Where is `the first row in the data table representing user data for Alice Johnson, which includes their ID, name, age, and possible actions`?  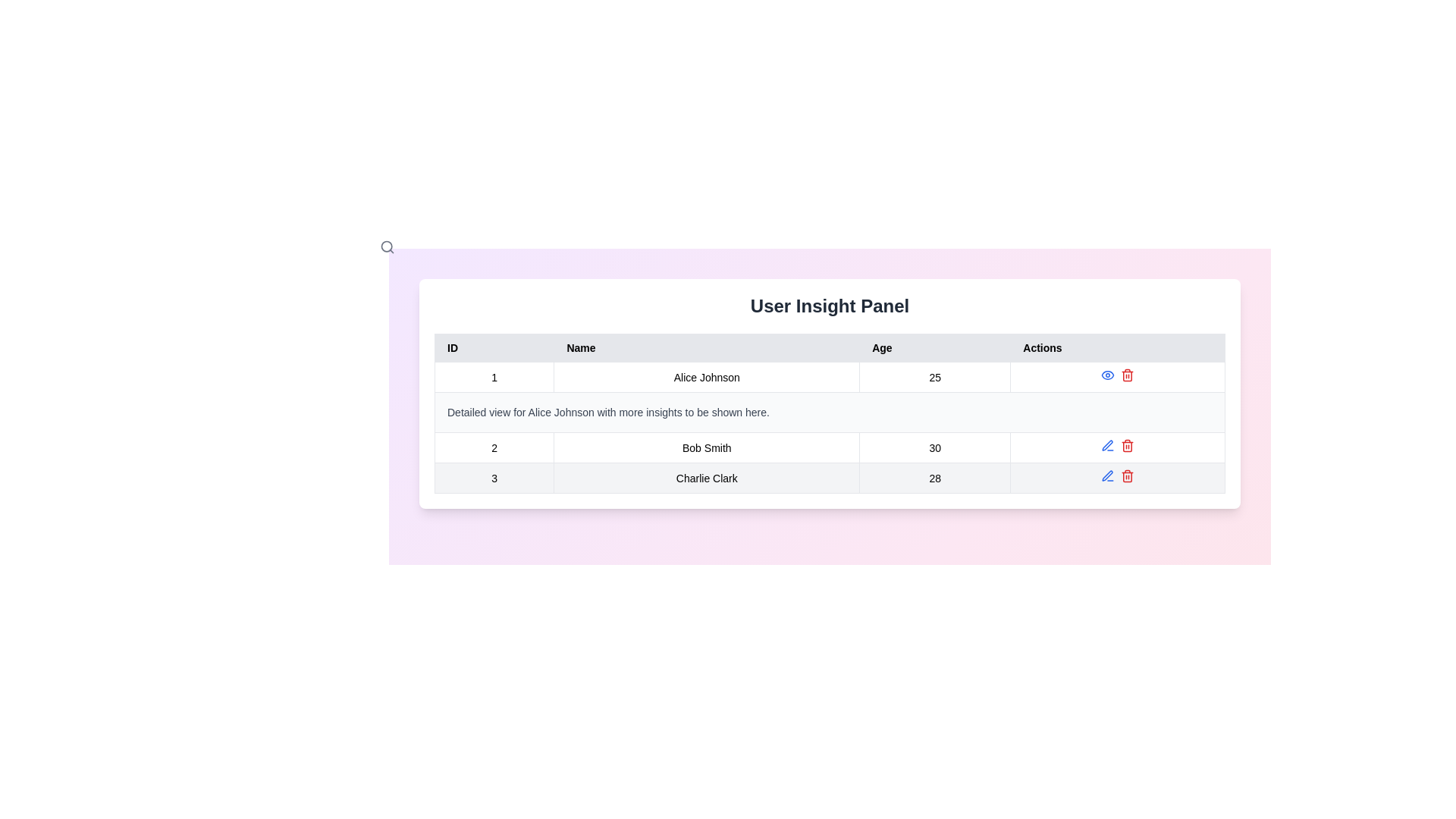 the first row in the data table representing user data for Alice Johnson, which includes their ID, name, age, and possible actions is located at coordinates (829, 376).